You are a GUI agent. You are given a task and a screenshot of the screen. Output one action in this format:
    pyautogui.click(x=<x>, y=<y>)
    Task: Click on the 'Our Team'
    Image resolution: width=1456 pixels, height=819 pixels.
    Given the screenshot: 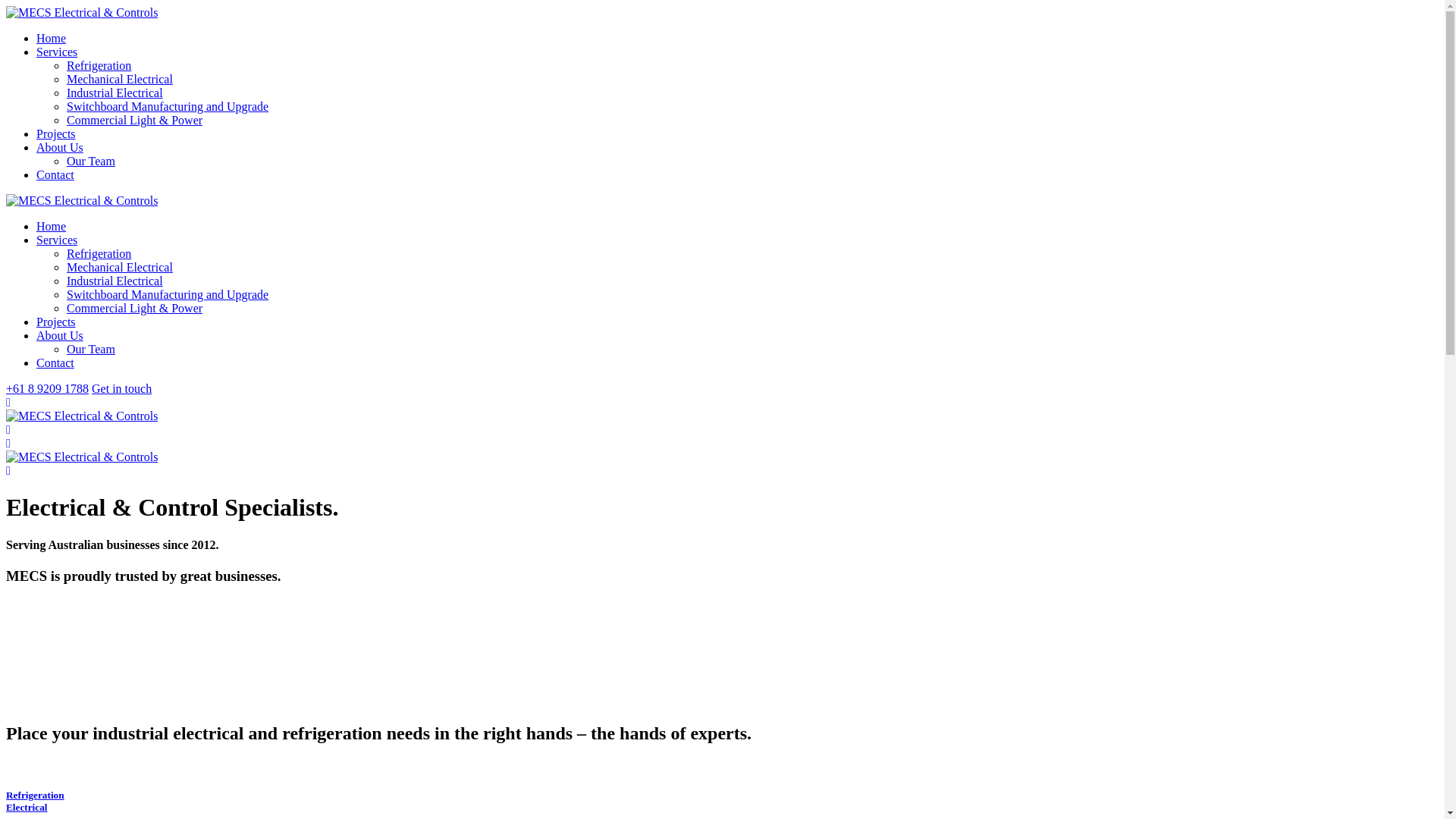 What is the action you would take?
    pyautogui.click(x=90, y=161)
    